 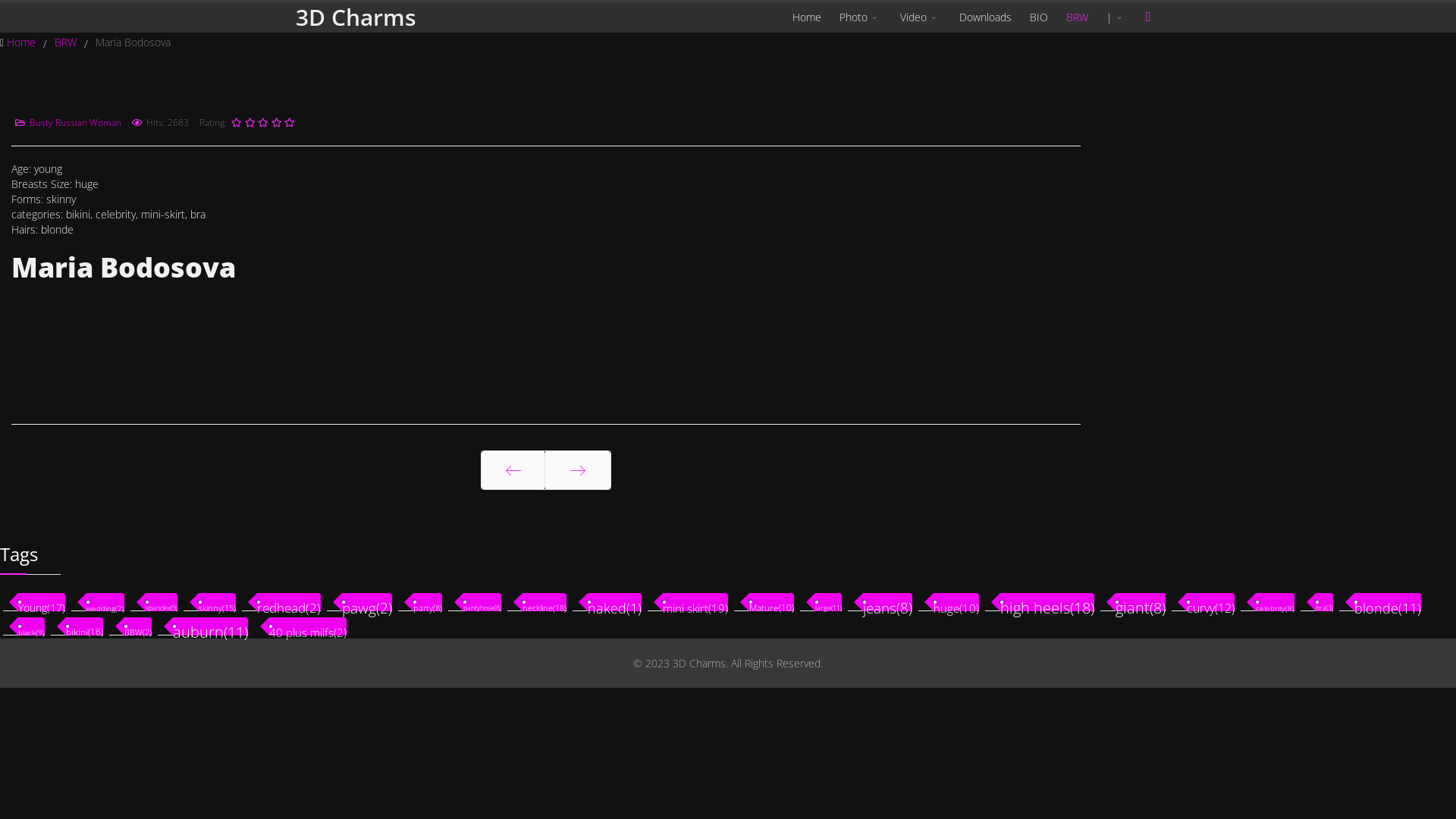 What do you see at coordinates (920, 17) in the screenshot?
I see `'Video'` at bounding box center [920, 17].